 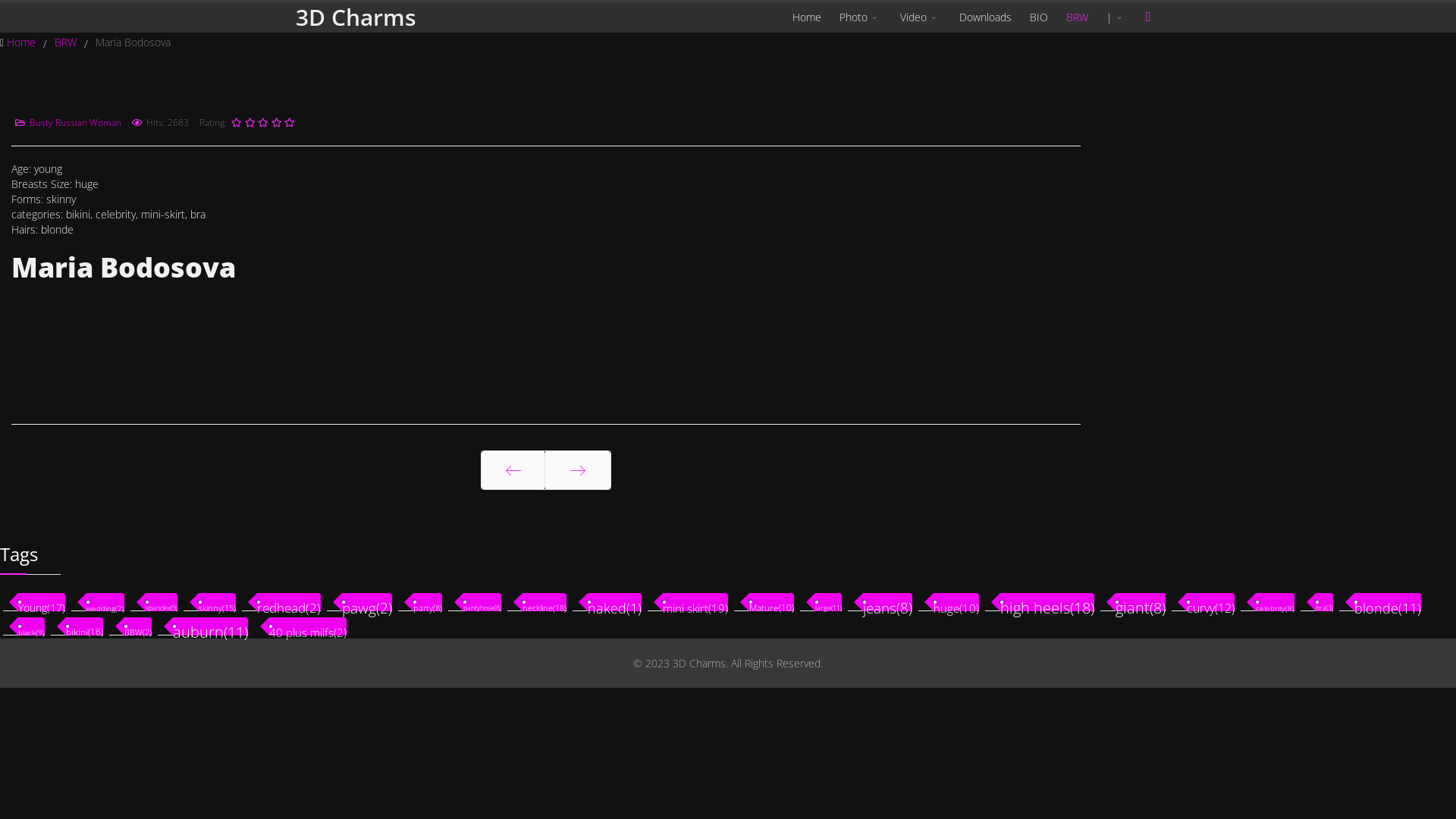 What do you see at coordinates (920, 17) in the screenshot?
I see `'Video'` at bounding box center [920, 17].